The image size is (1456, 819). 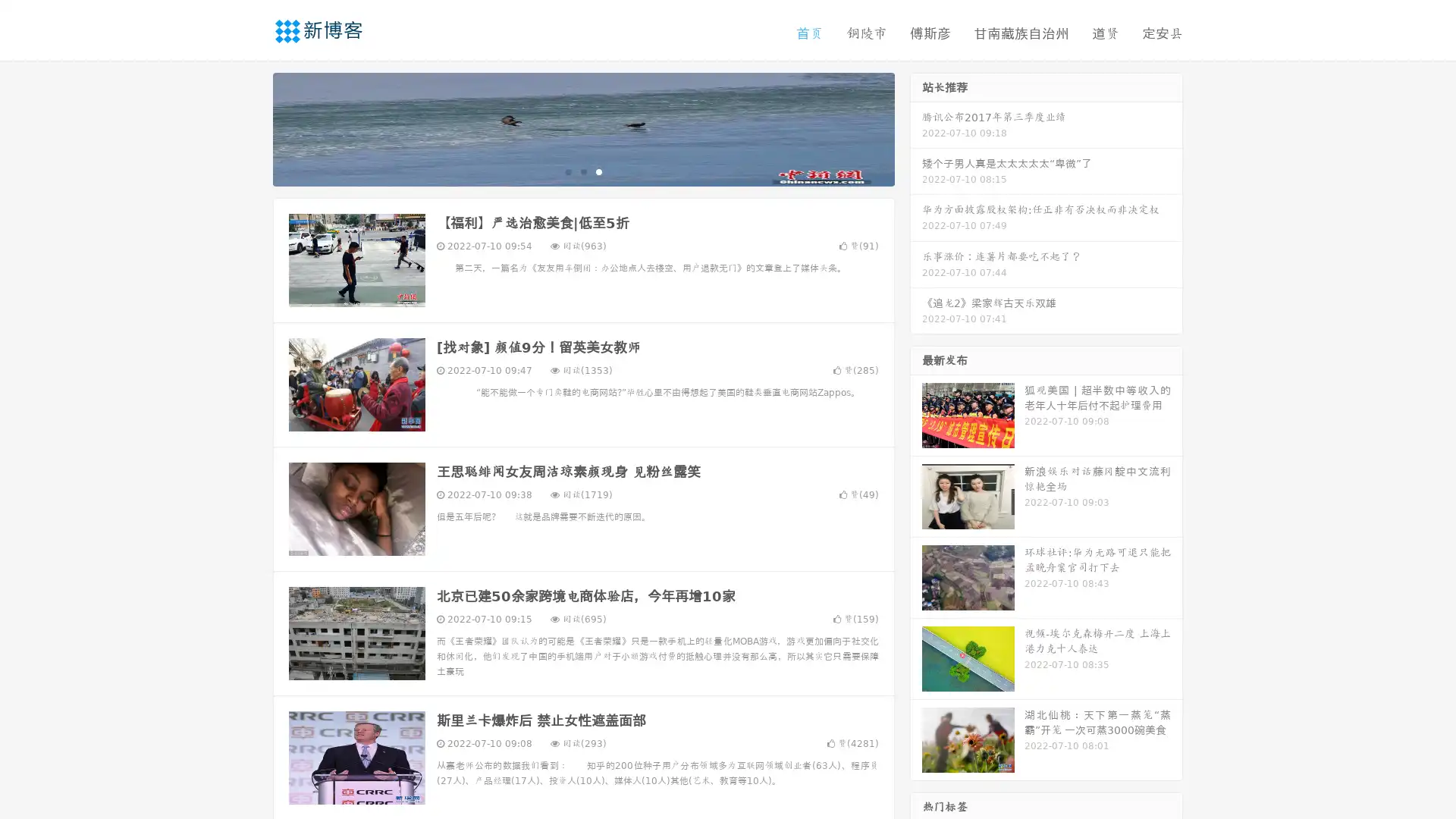 What do you see at coordinates (916, 127) in the screenshot?
I see `Next slide` at bounding box center [916, 127].